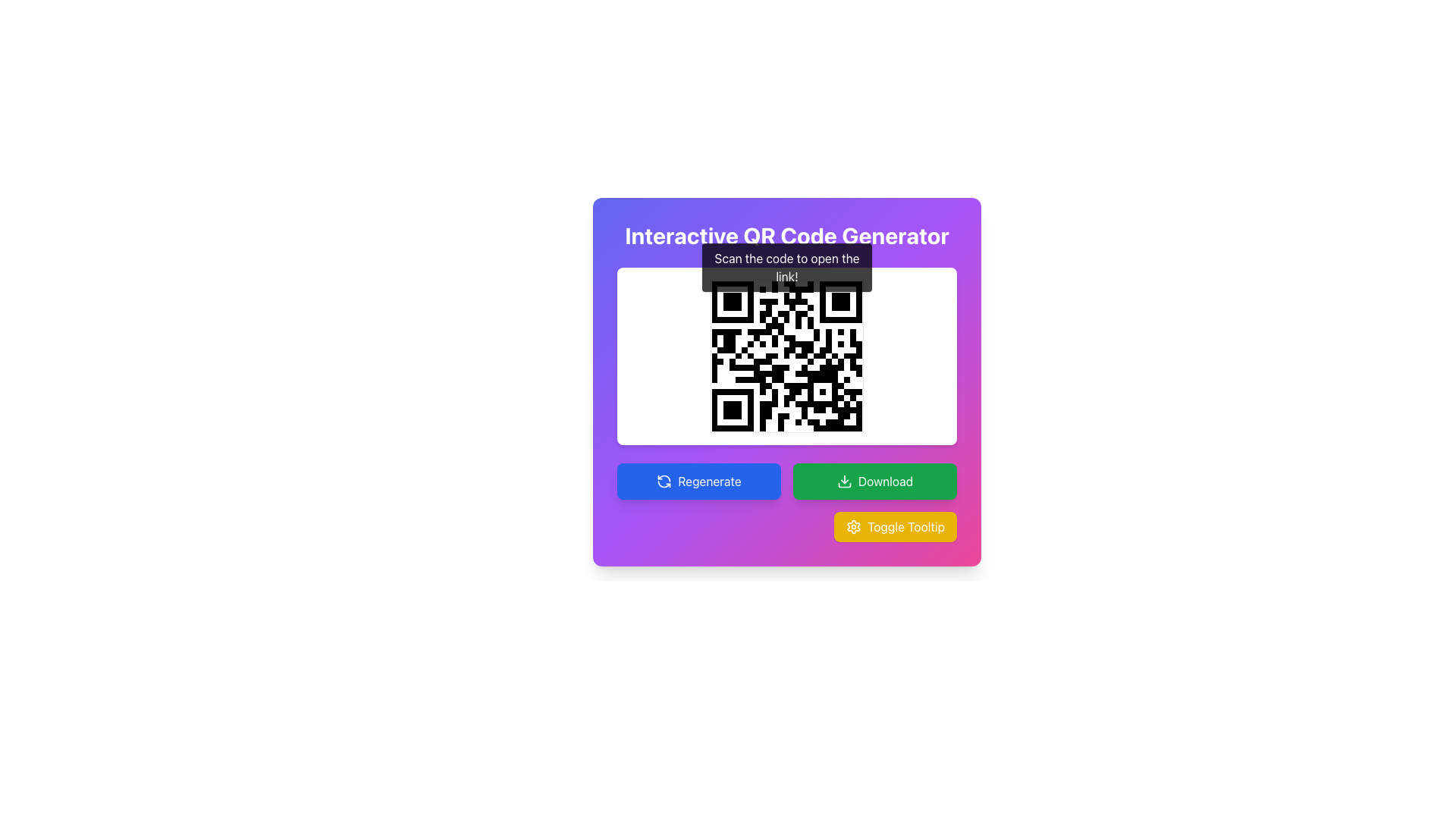 The image size is (1456, 819). I want to click on the download icon located within the green rectangular 'Download' button at the bottom of the interface to initiate a download action, so click(843, 482).